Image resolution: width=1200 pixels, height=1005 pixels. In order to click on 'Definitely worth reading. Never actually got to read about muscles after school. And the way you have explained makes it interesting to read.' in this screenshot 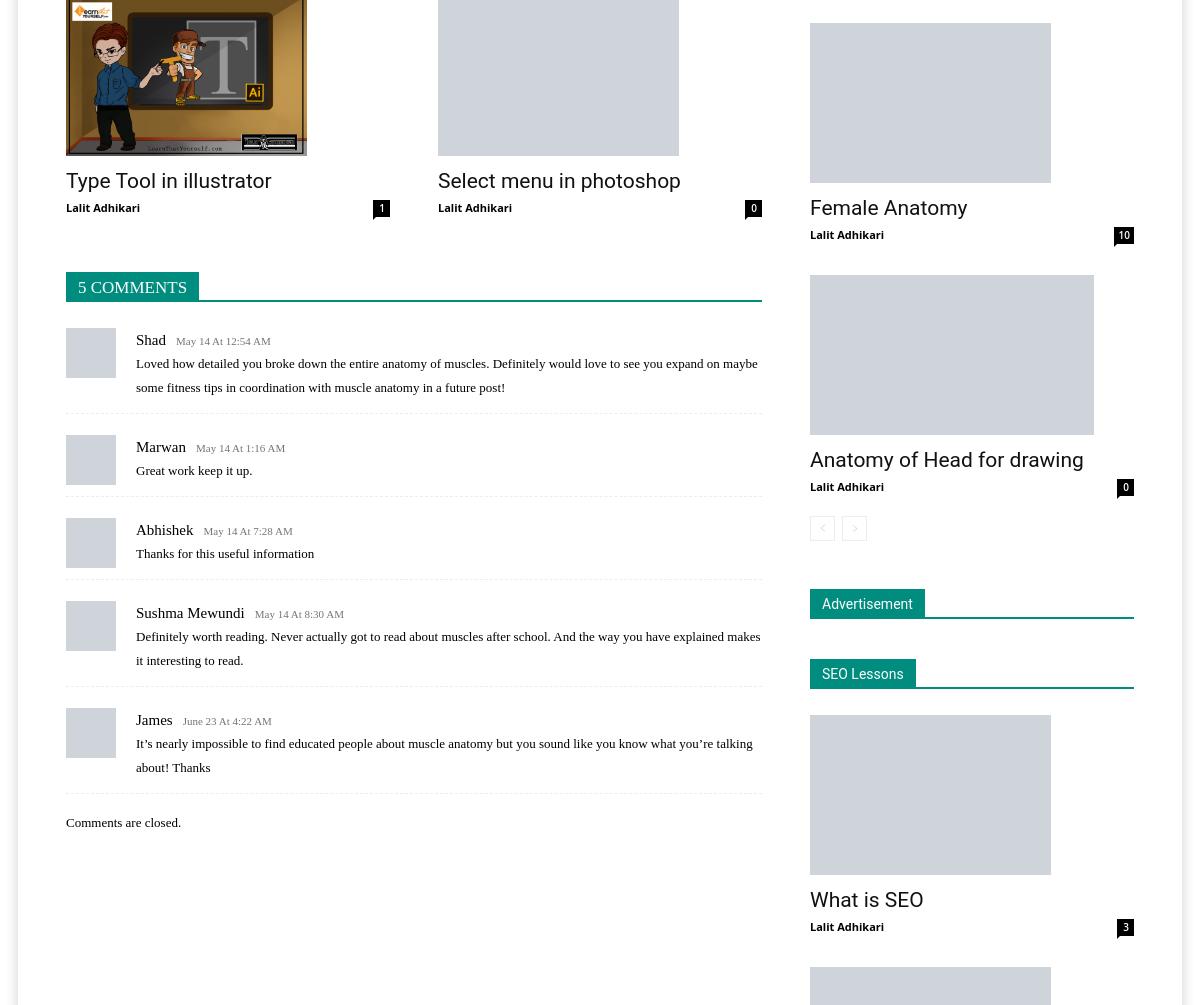, I will do `click(135, 647)`.